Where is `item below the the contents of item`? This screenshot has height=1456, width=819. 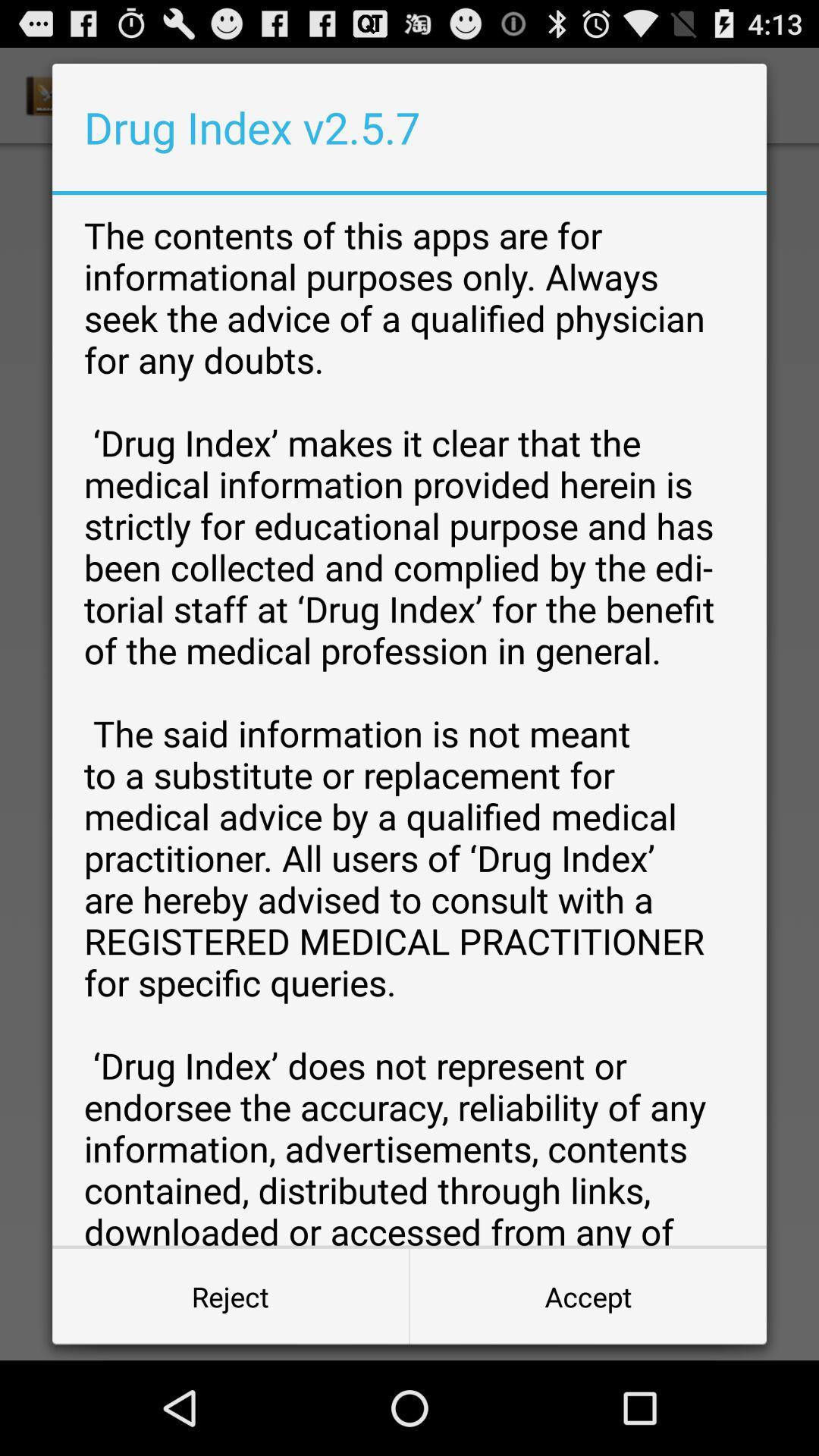 item below the the contents of item is located at coordinates (587, 1295).